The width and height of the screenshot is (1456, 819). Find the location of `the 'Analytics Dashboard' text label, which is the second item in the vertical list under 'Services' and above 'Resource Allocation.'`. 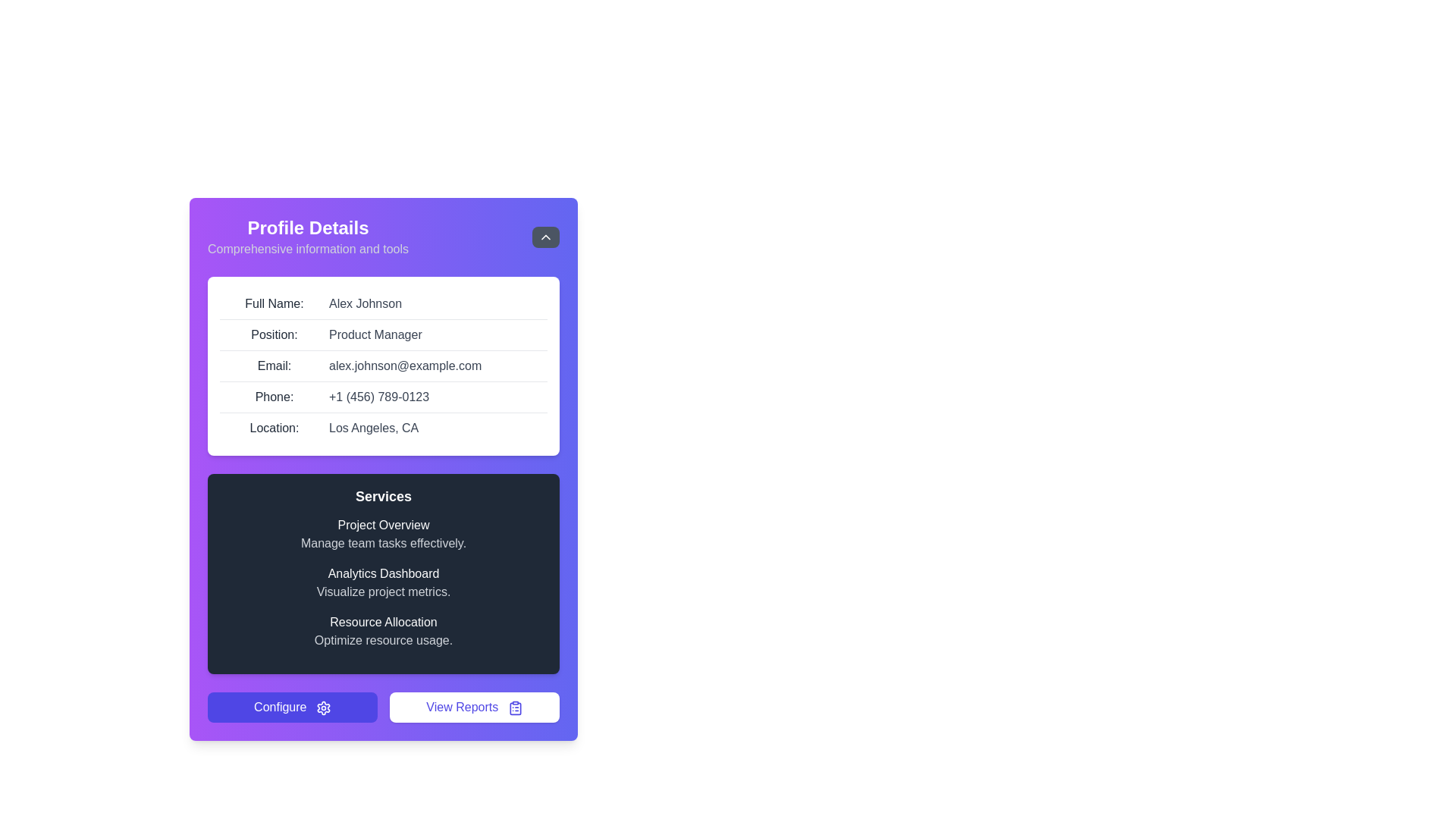

the 'Analytics Dashboard' text label, which is the second item in the vertical list under 'Services' and above 'Resource Allocation.' is located at coordinates (383, 573).